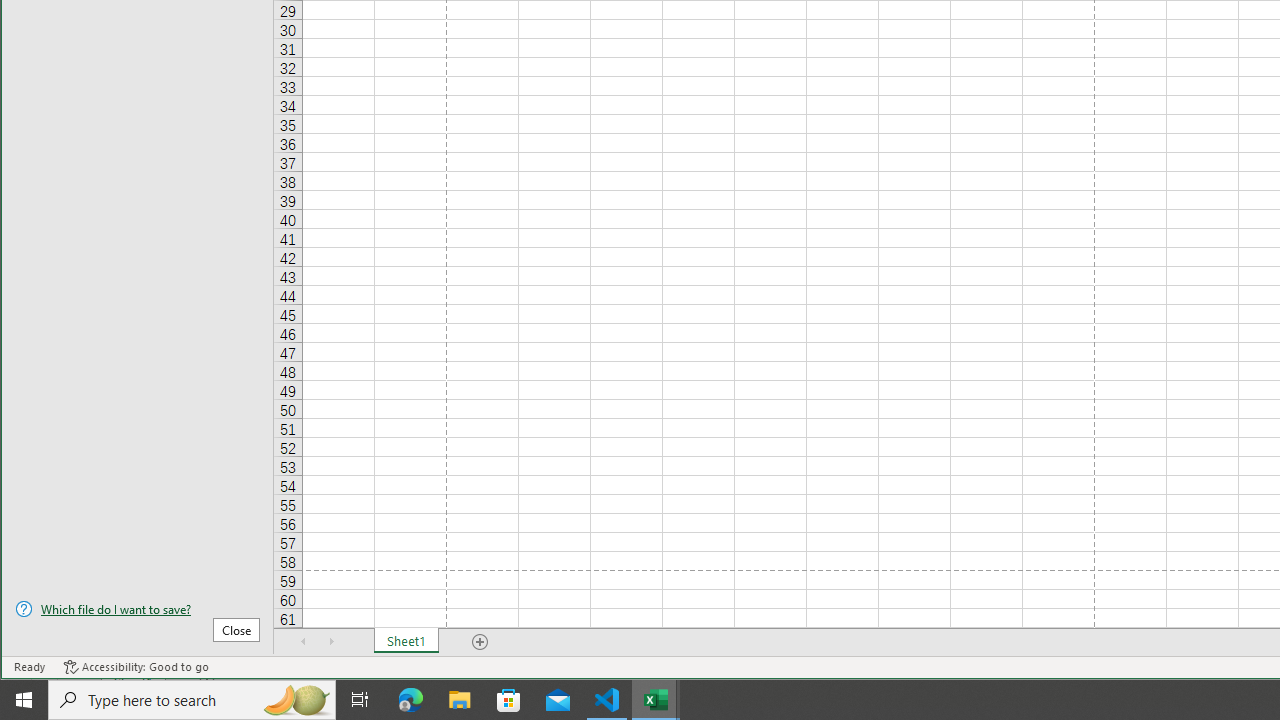  What do you see at coordinates (410, 698) in the screenshot?
I see `'Microsoft Edge'` at bounding box center [410, 698].